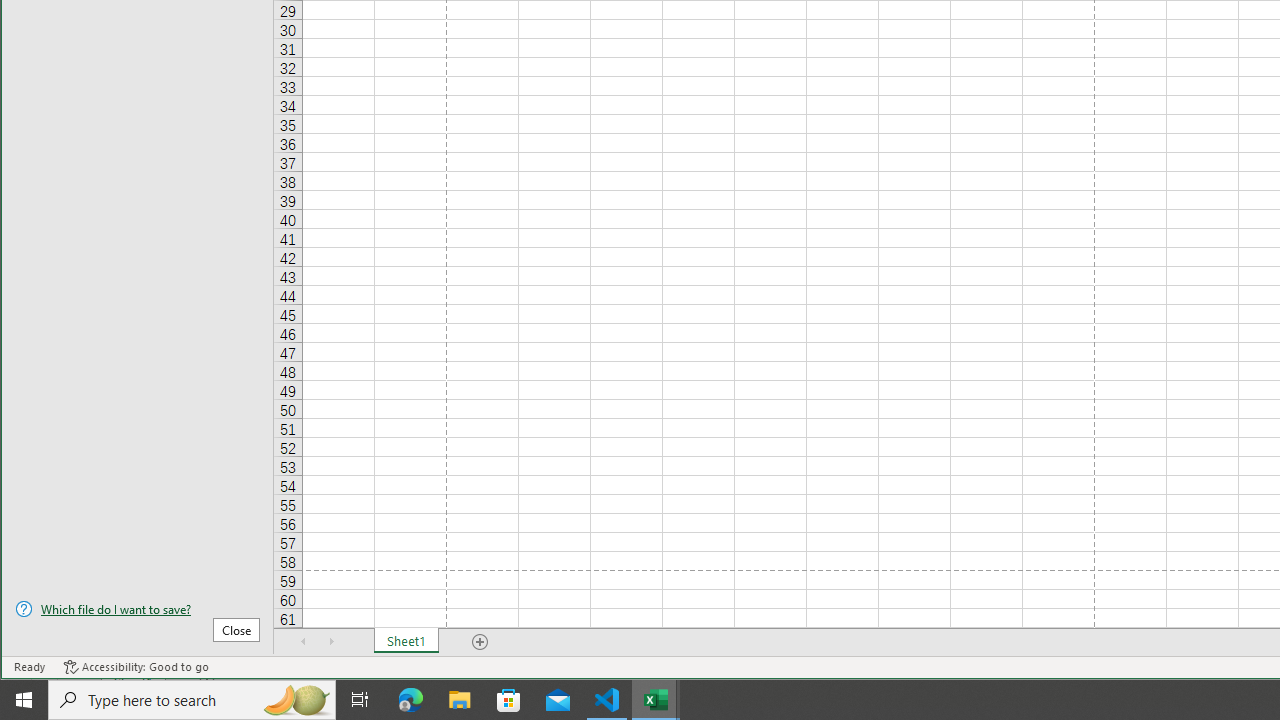  What do you see at coordinates (410, 698) in the screenshot?
I see `'Microsoft Edge'` at bounding box center [410, 698].